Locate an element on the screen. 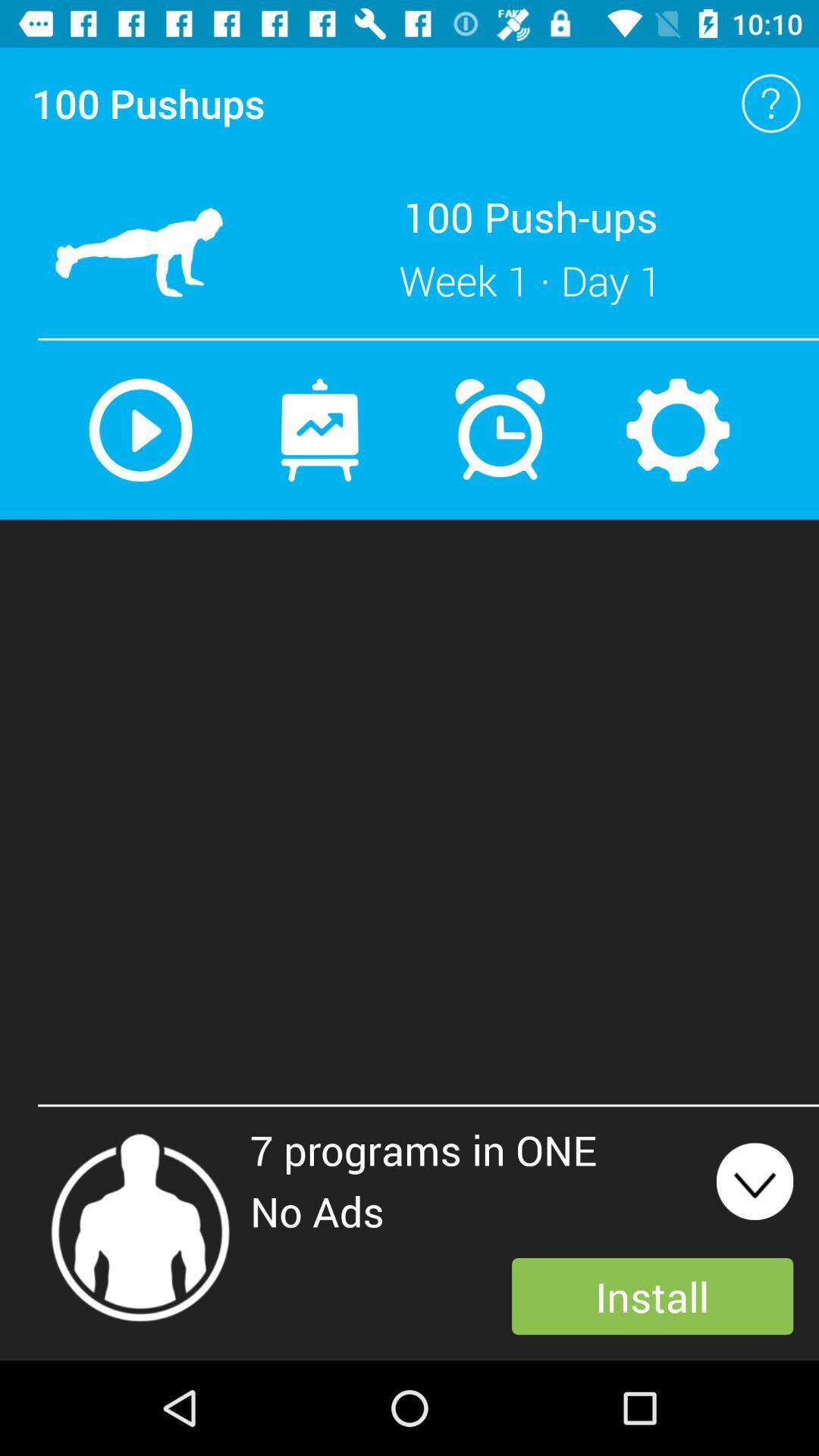 The image size is (819, 1456). the play icon is located at coordinates (140, 429).